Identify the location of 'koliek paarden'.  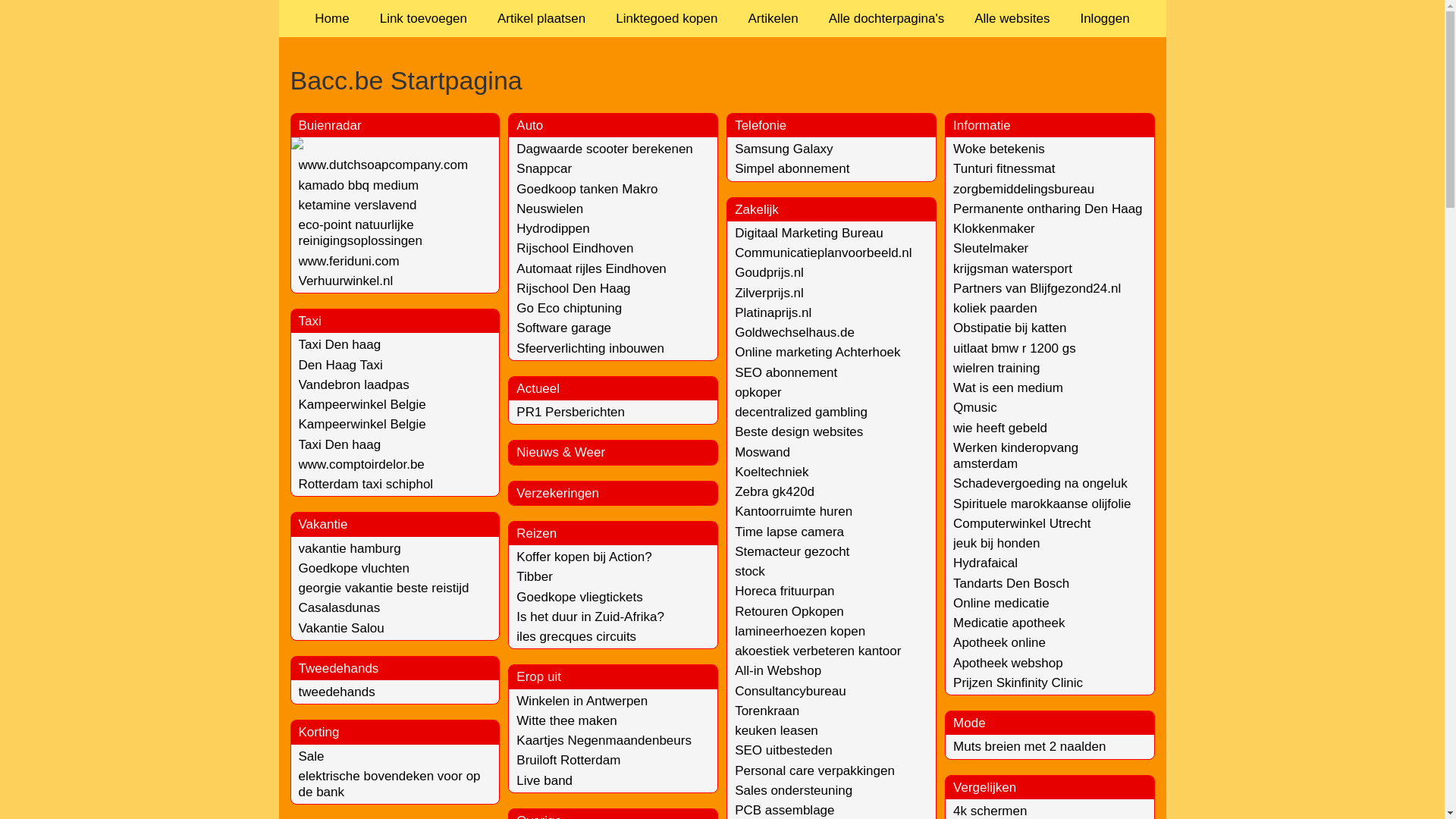
(995, 307).